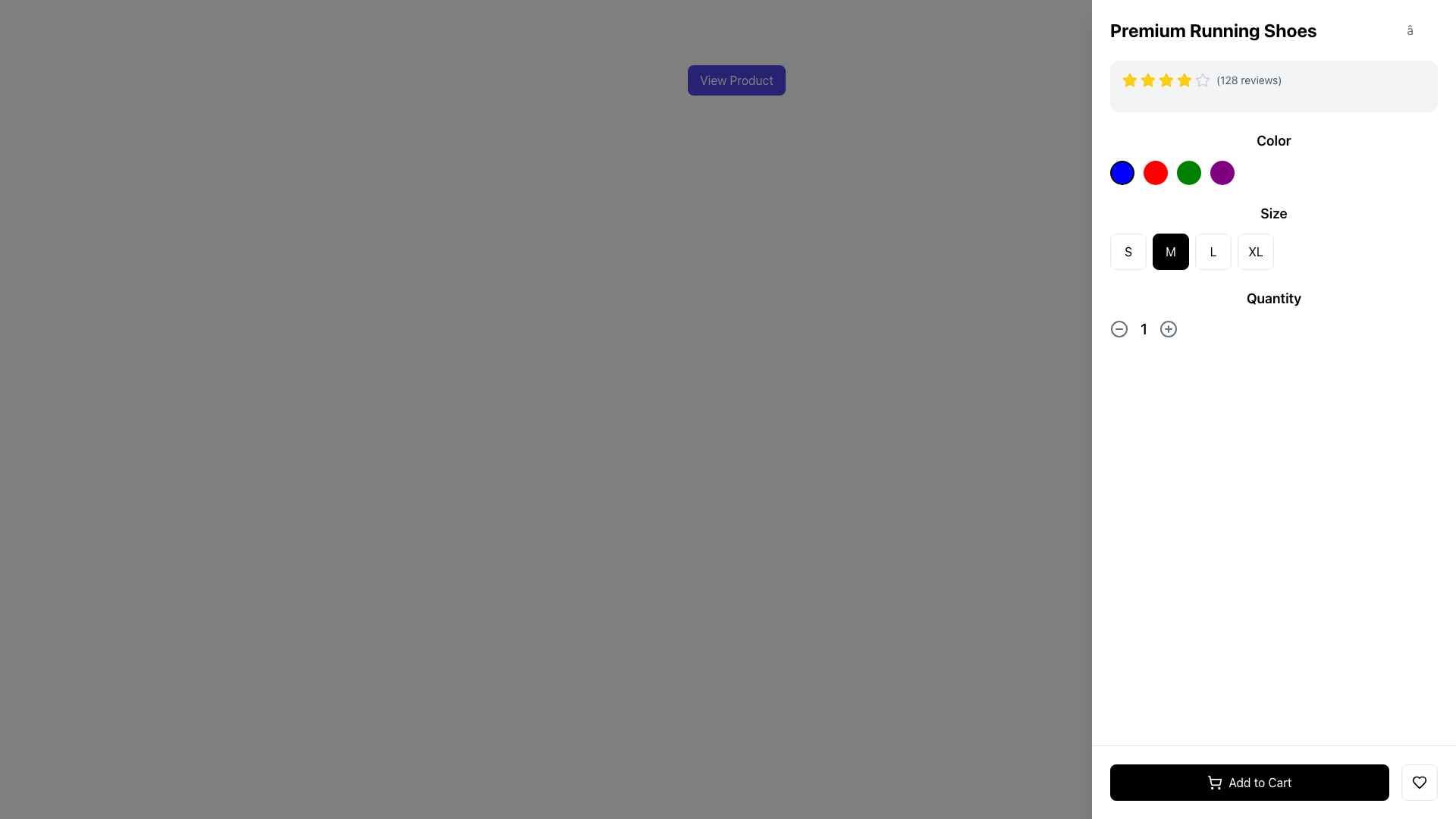 The image size is (1456, 819). What do you see at coordinates (1165, 80) in the screenshot?
I see `the fourth star icon in the rating system located in the top-right section of the interface` at bounding box center [1165, 80].